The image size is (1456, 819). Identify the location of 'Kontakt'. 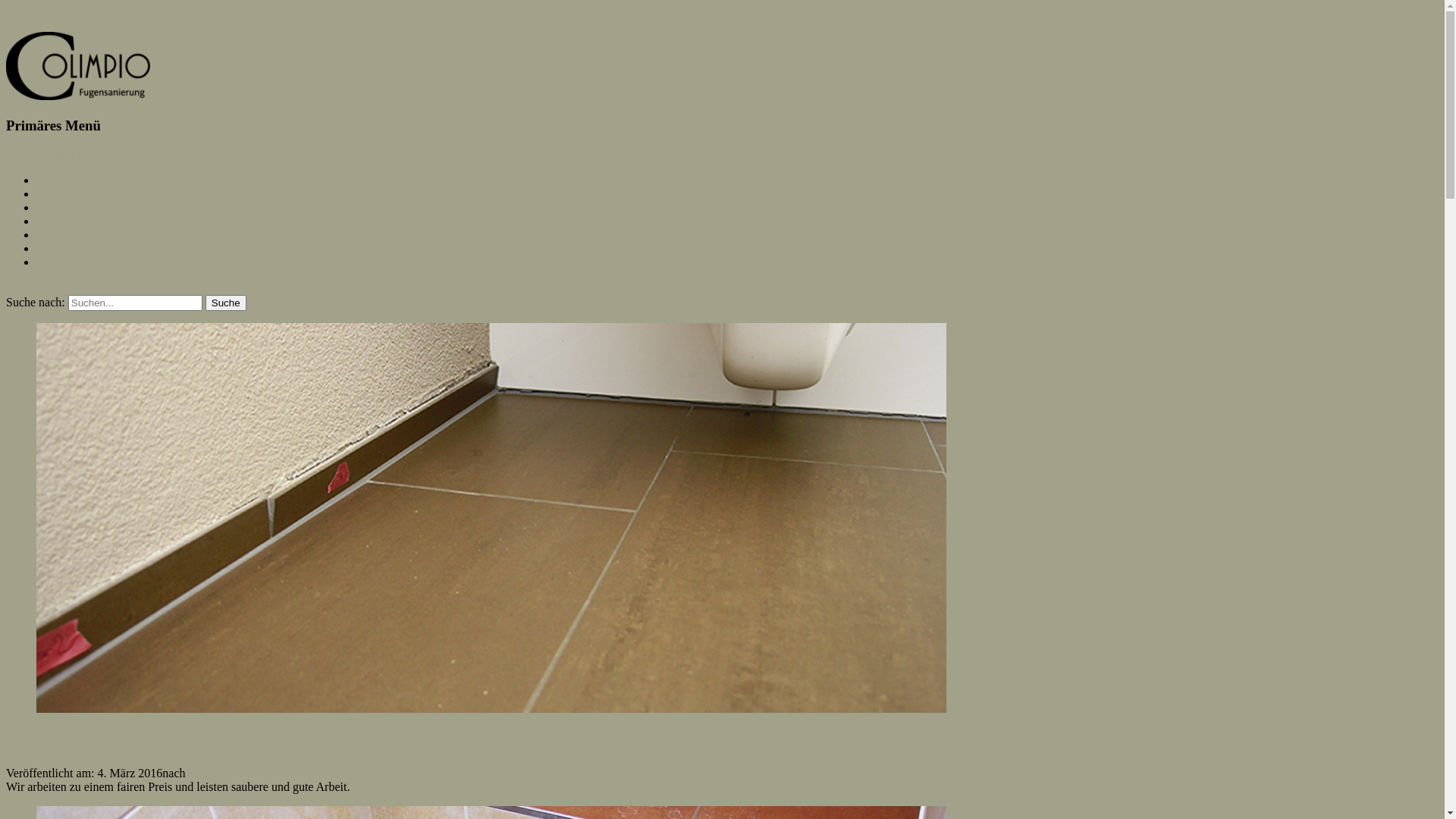
(55, 247).